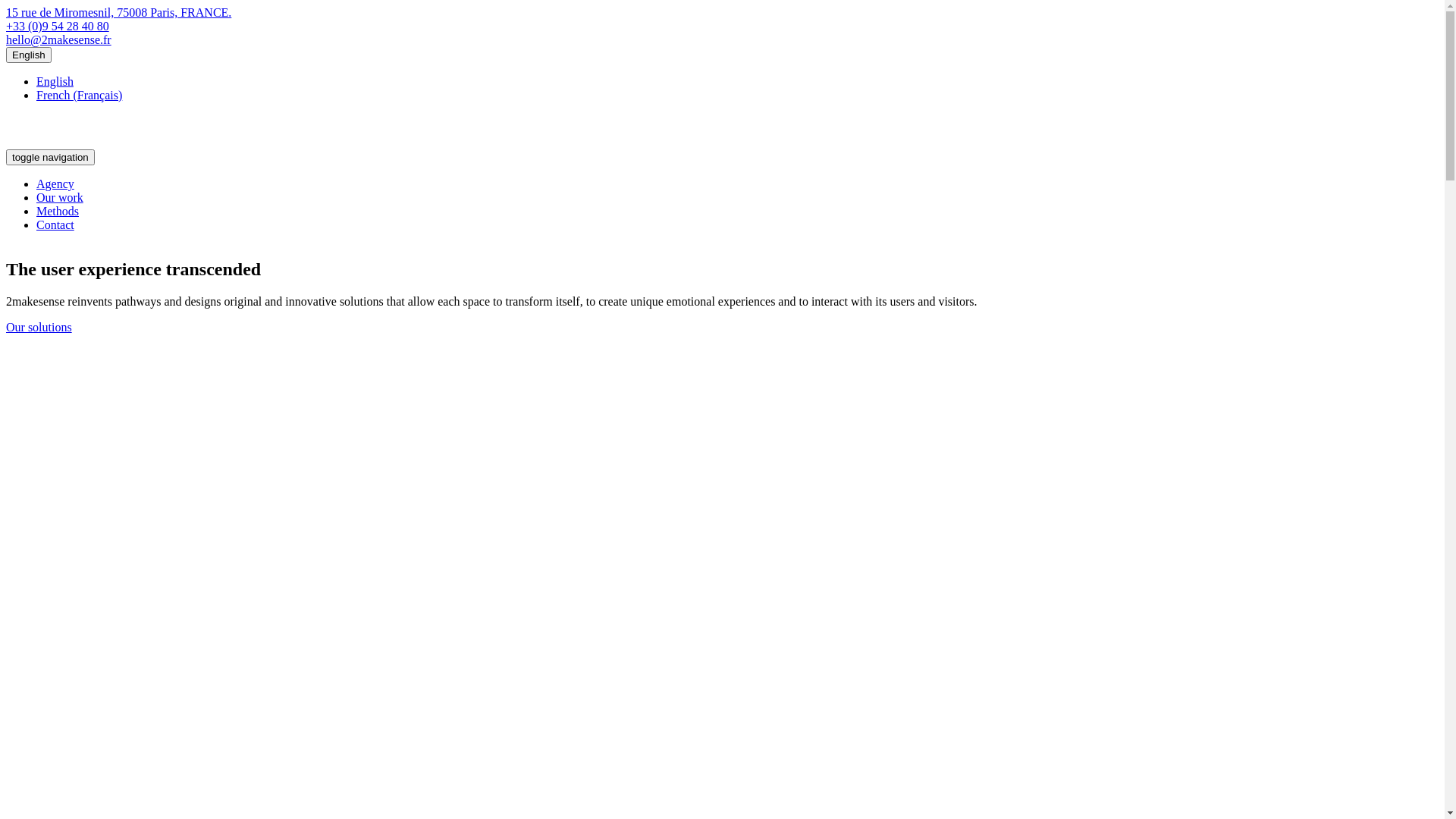 The image size is (1456, 819). Describe the element at coordinates (36, 196) in the screenshot. I see `'Our work'` at that location.